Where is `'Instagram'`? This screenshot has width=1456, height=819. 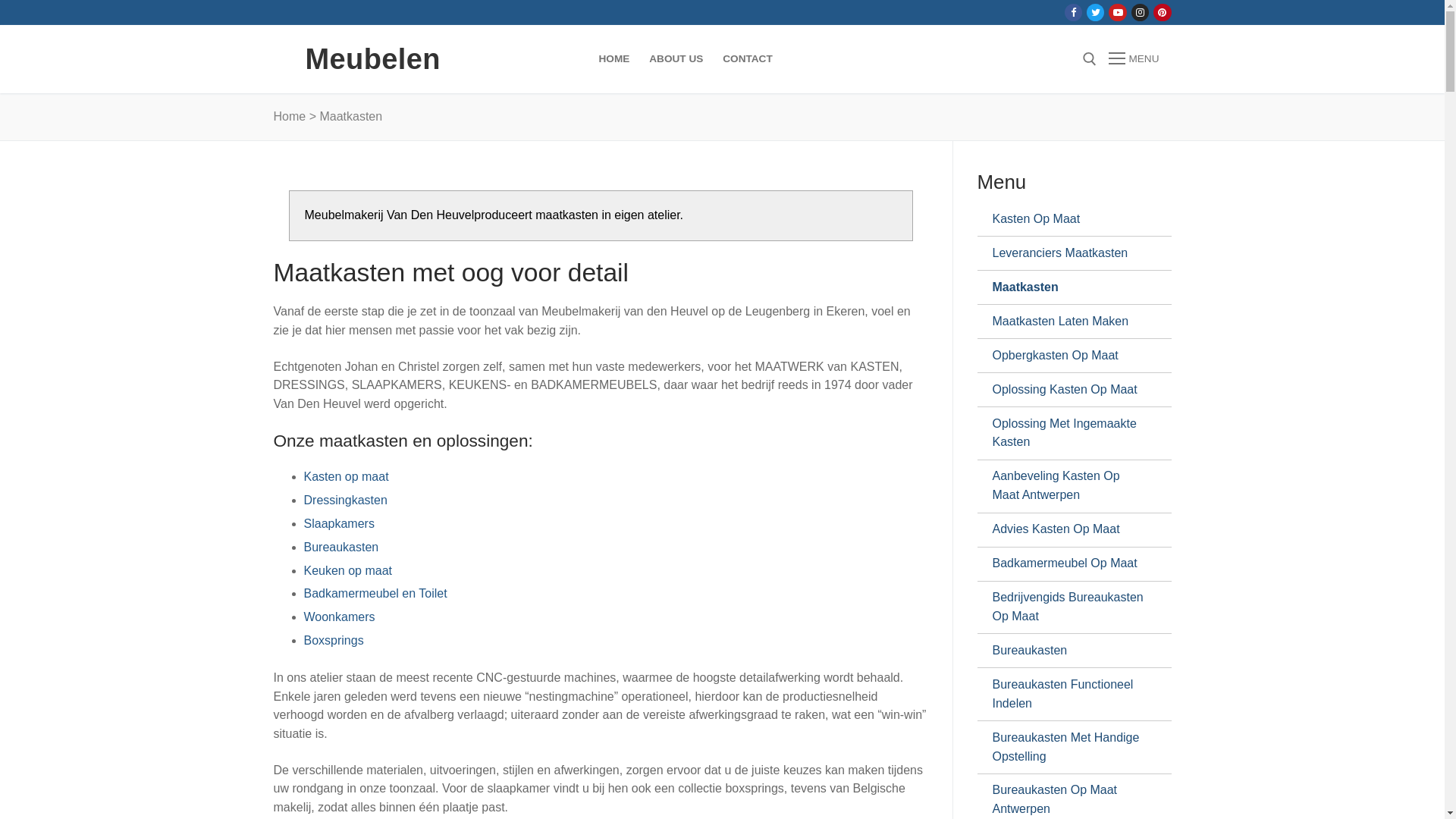 'Instagram' is located at coordinates (1135, 12).